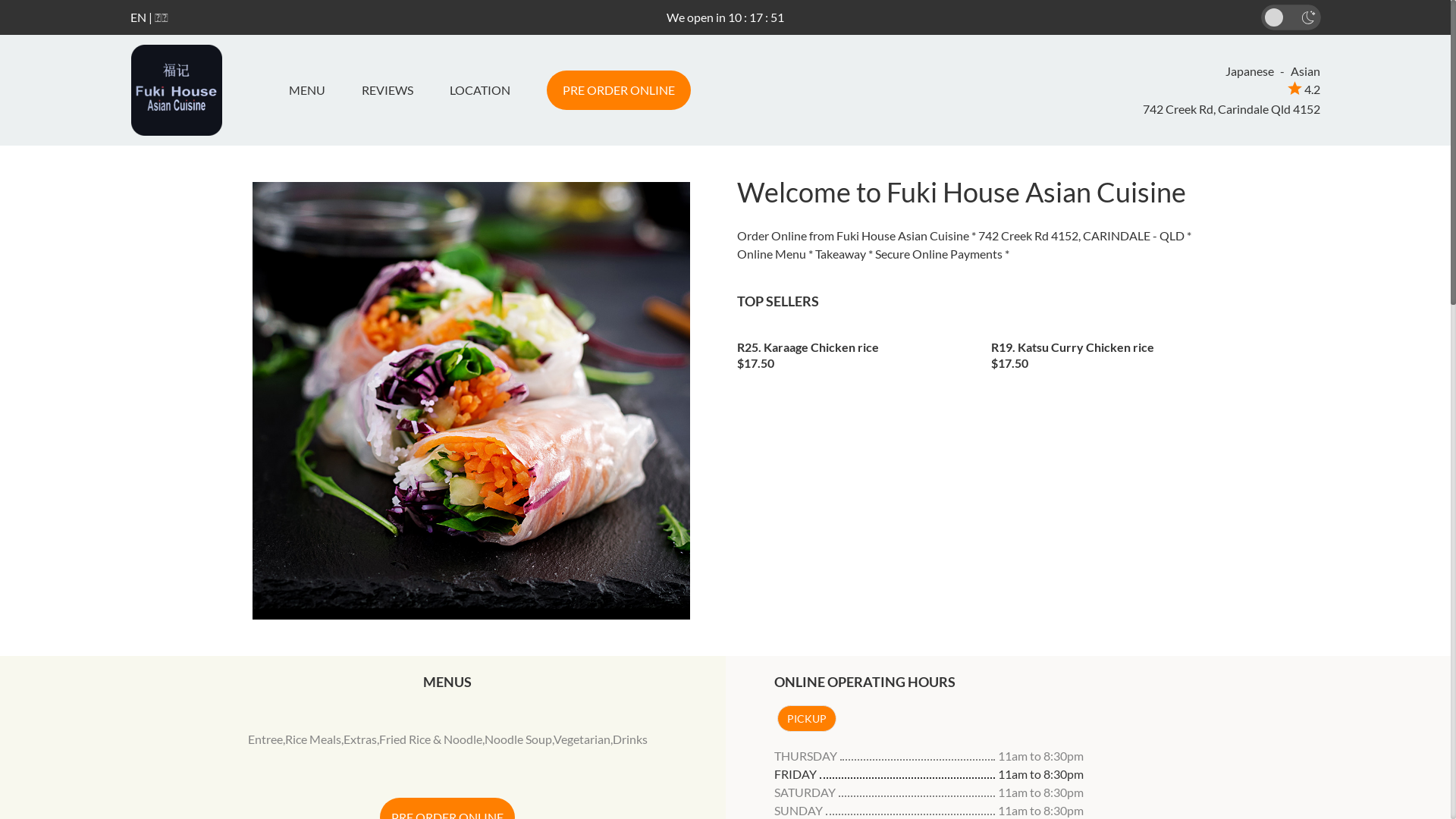 The image size is (1456, 819). Describe the element at coordinates (265, 738) in the screenshot. I see `'Entree'` at that location.